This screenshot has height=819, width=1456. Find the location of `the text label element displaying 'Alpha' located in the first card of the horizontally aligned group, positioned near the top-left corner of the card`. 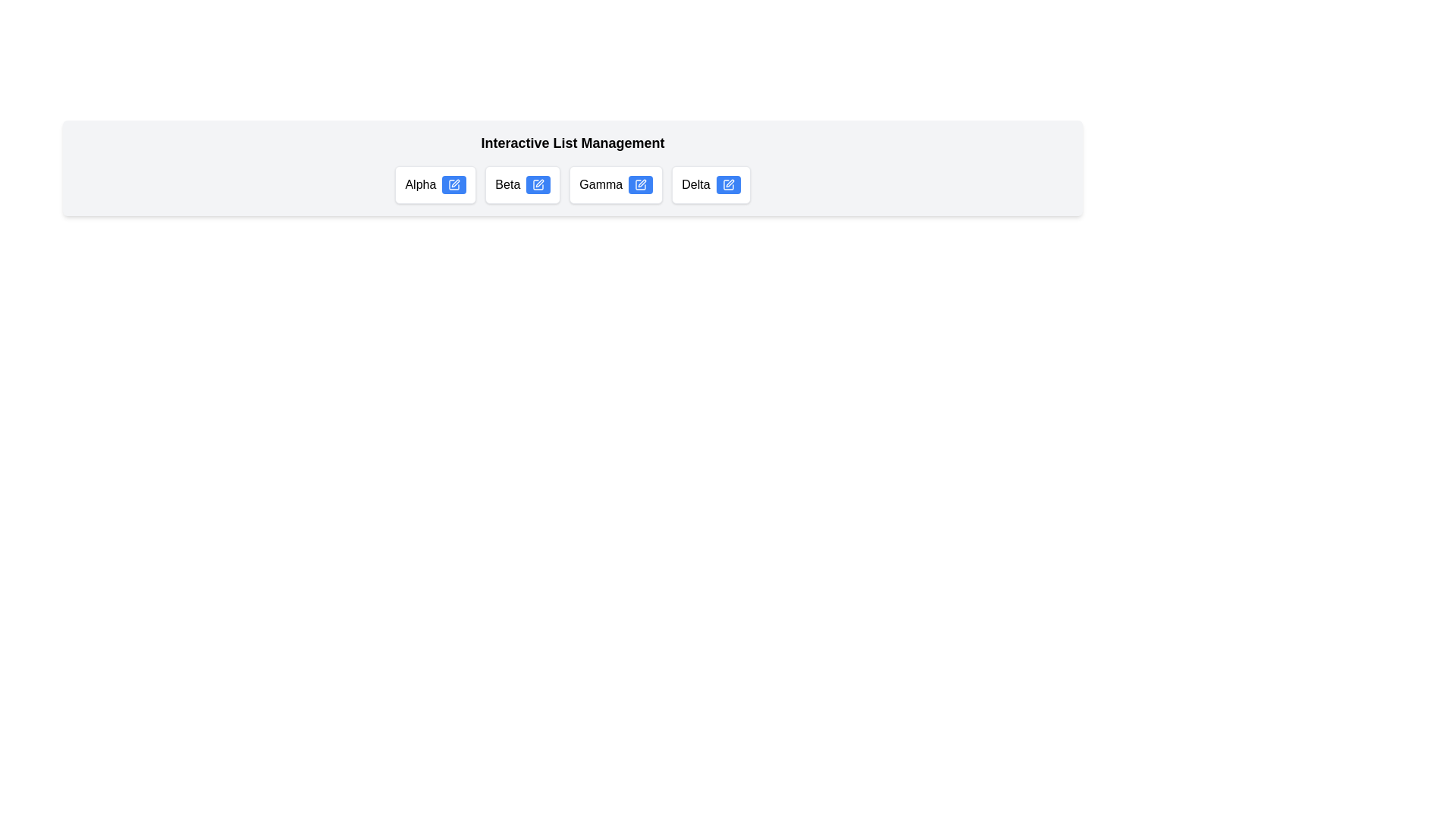

the text label element displaying 'Alpha' located in the first card of the horizontally aligned group, positioned near the top-left corner of the card is located at coordinates (420, 184).